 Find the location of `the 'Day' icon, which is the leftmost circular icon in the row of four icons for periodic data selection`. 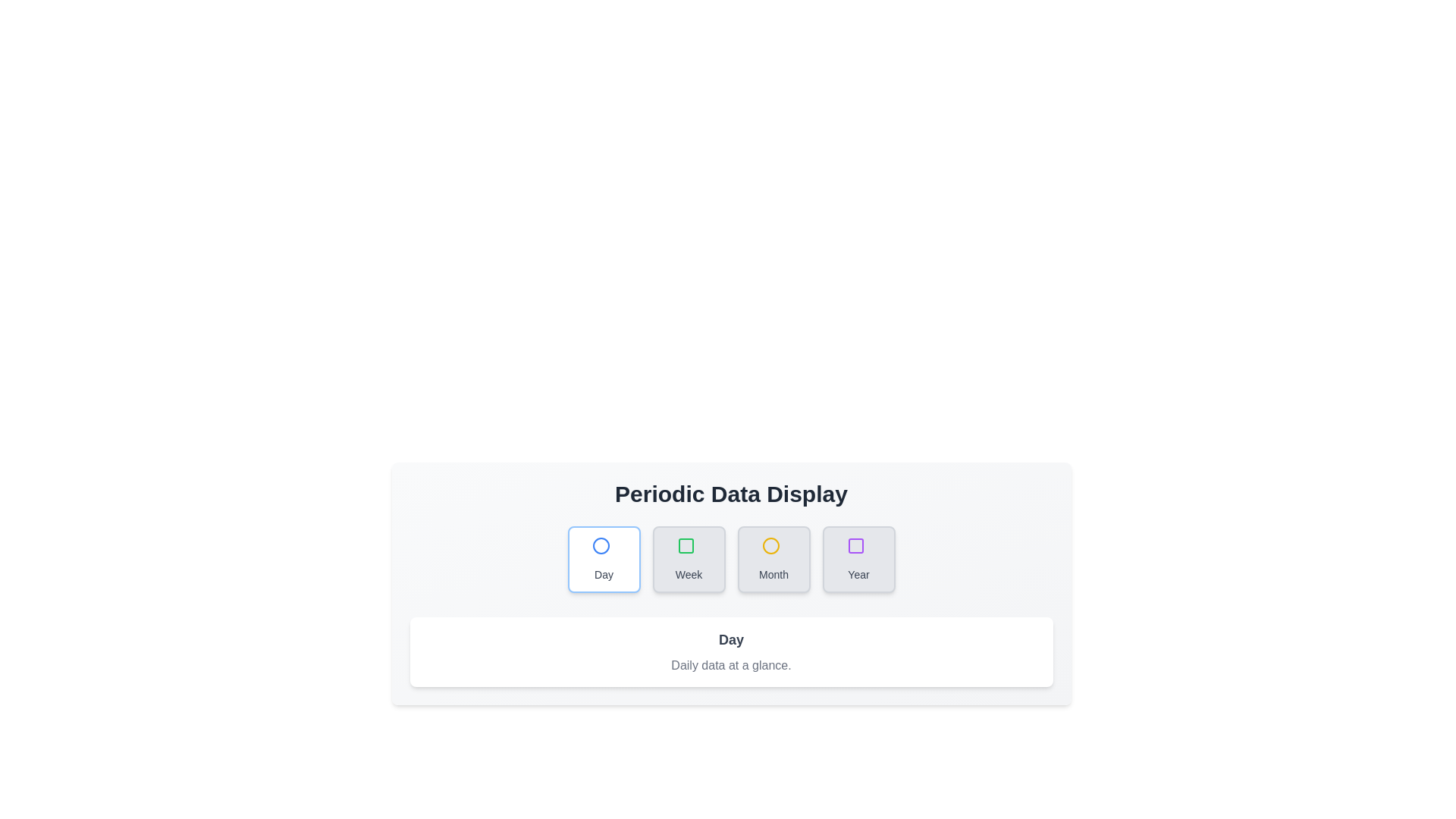

the 'Day' icon, which is the leftmost circular icon in the row of four icons for periodic data selection is located at coordinates (600, 546).